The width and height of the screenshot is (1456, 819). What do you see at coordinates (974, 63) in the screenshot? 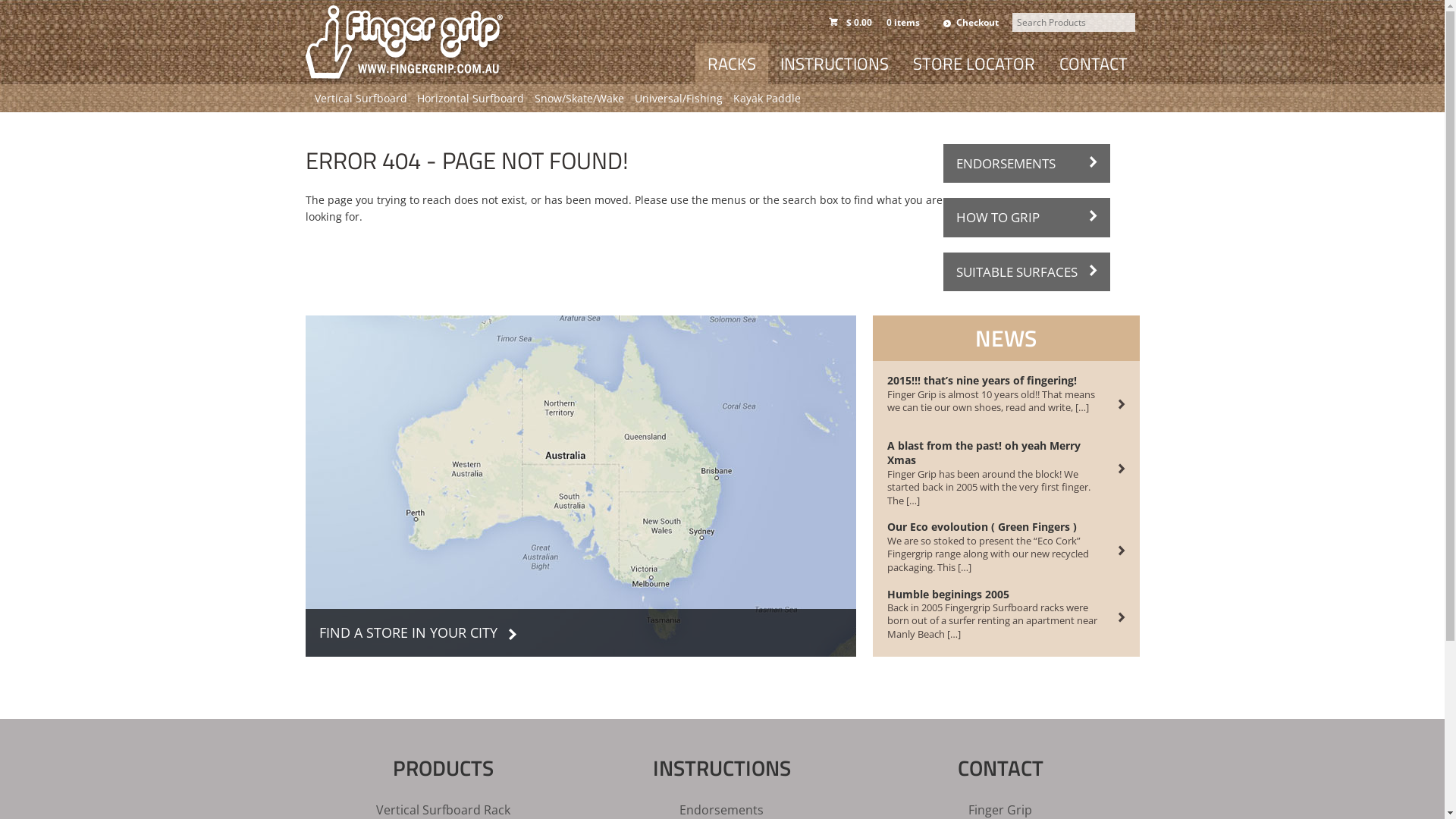
I see `'STORE LOCATOR'` at bounding box center [974, 63].